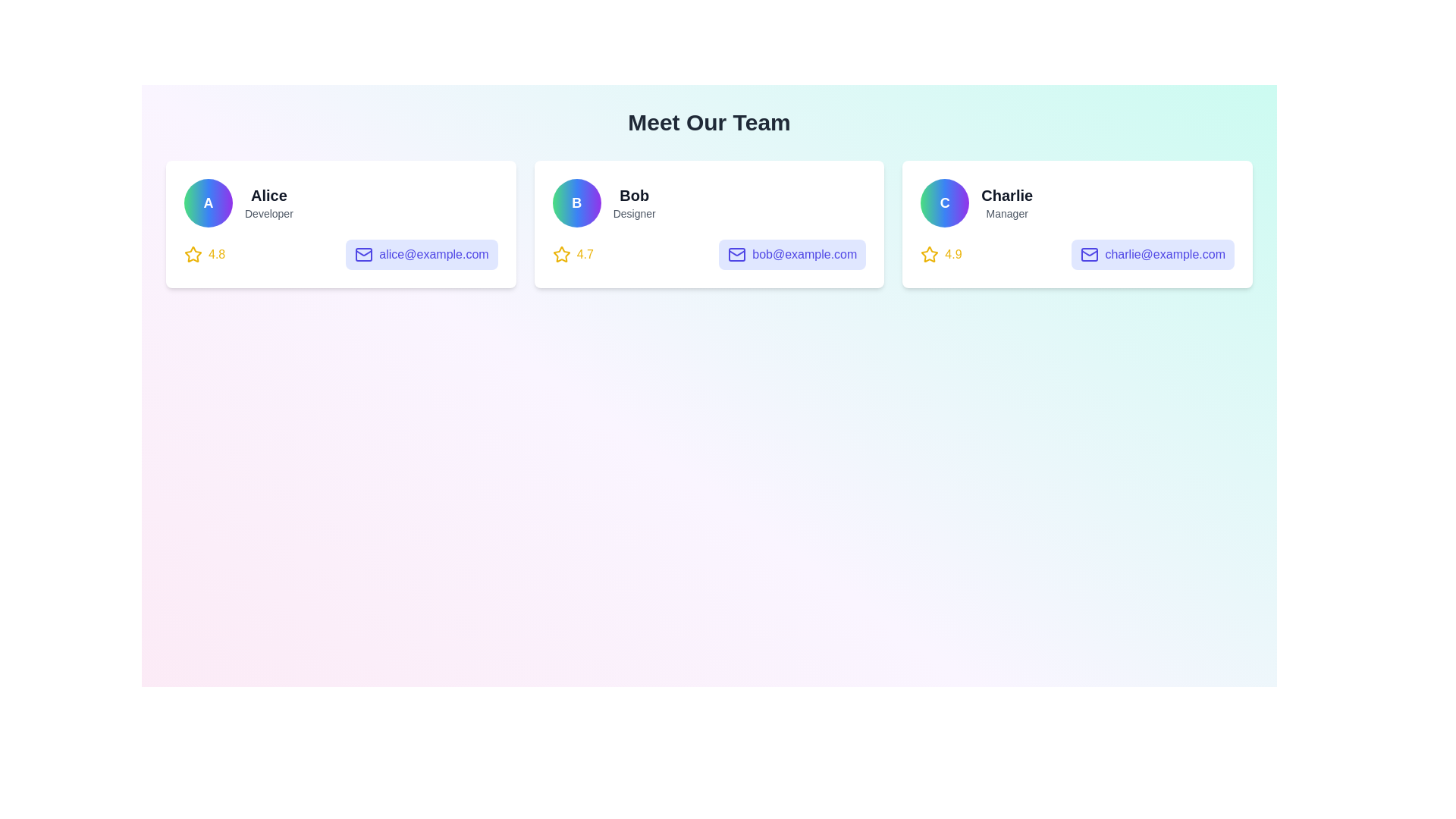  What do you see at coordinates (433, 253) in the screenshot?
I see `the email address text element serving as a contact link for 'Alice, Developer'` at bounding box center [433, 253].